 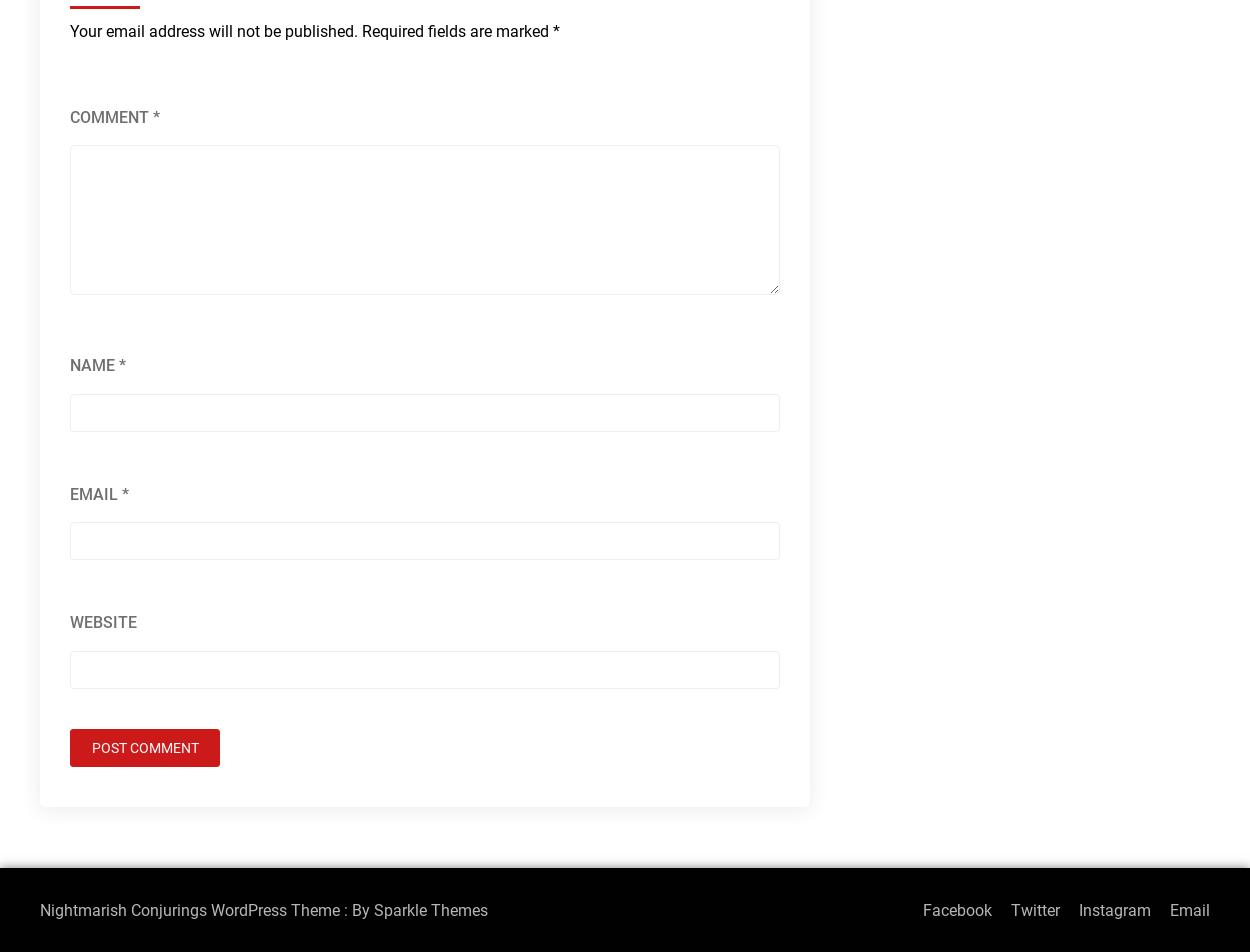 What do you see at coordinates (1035, 909) in the screenshot?
I see `'Twitter'` at bounding box center [1035, 909].